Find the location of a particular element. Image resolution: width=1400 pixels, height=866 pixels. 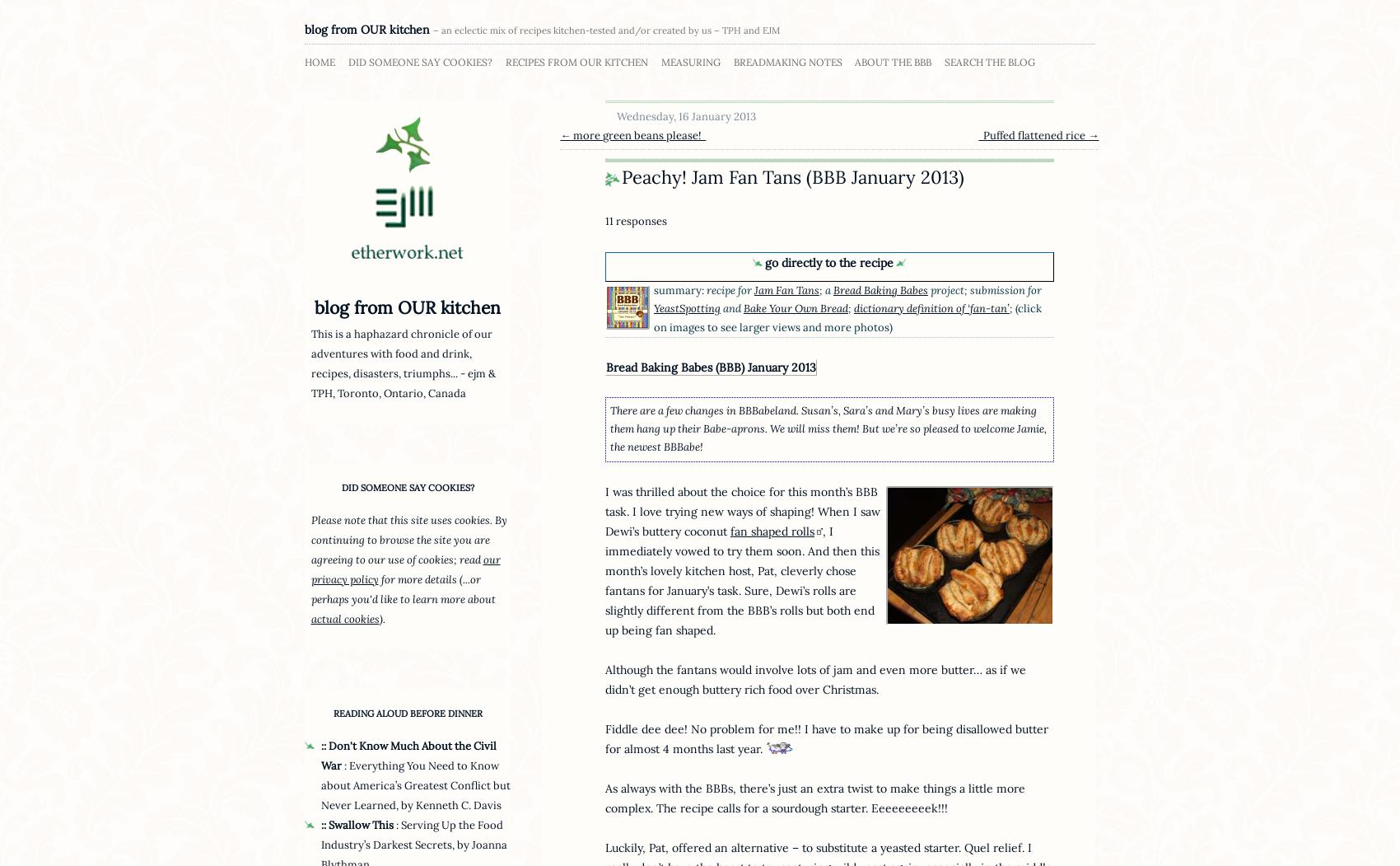

'Please note that this site uses cookies. By continuing to browse the site you are agreeing to our use of cookies; read' is located at coordinates (408, 540).